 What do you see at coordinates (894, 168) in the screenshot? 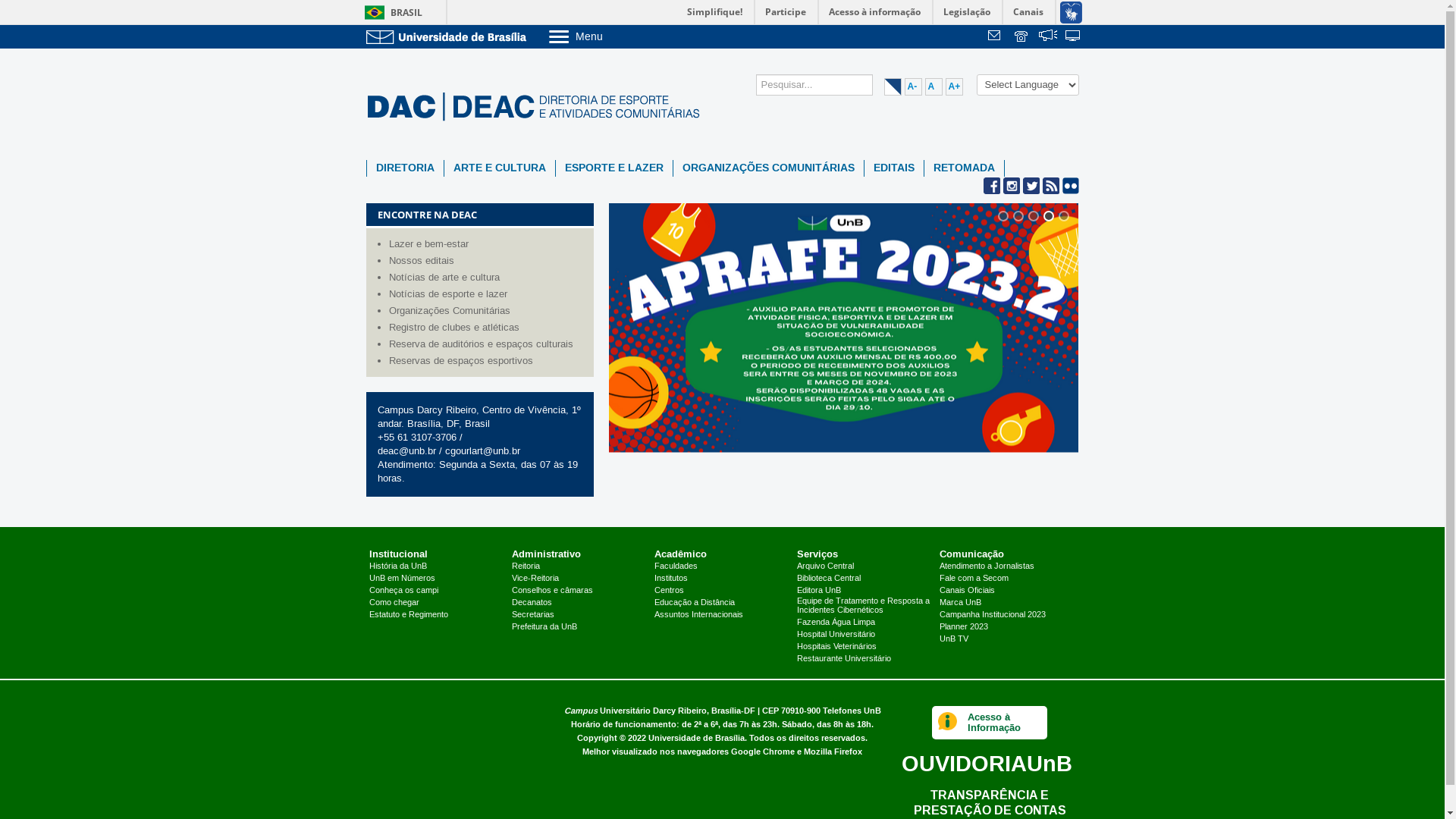
I see `'EDITAIS'` at bounding box center [894, 168].